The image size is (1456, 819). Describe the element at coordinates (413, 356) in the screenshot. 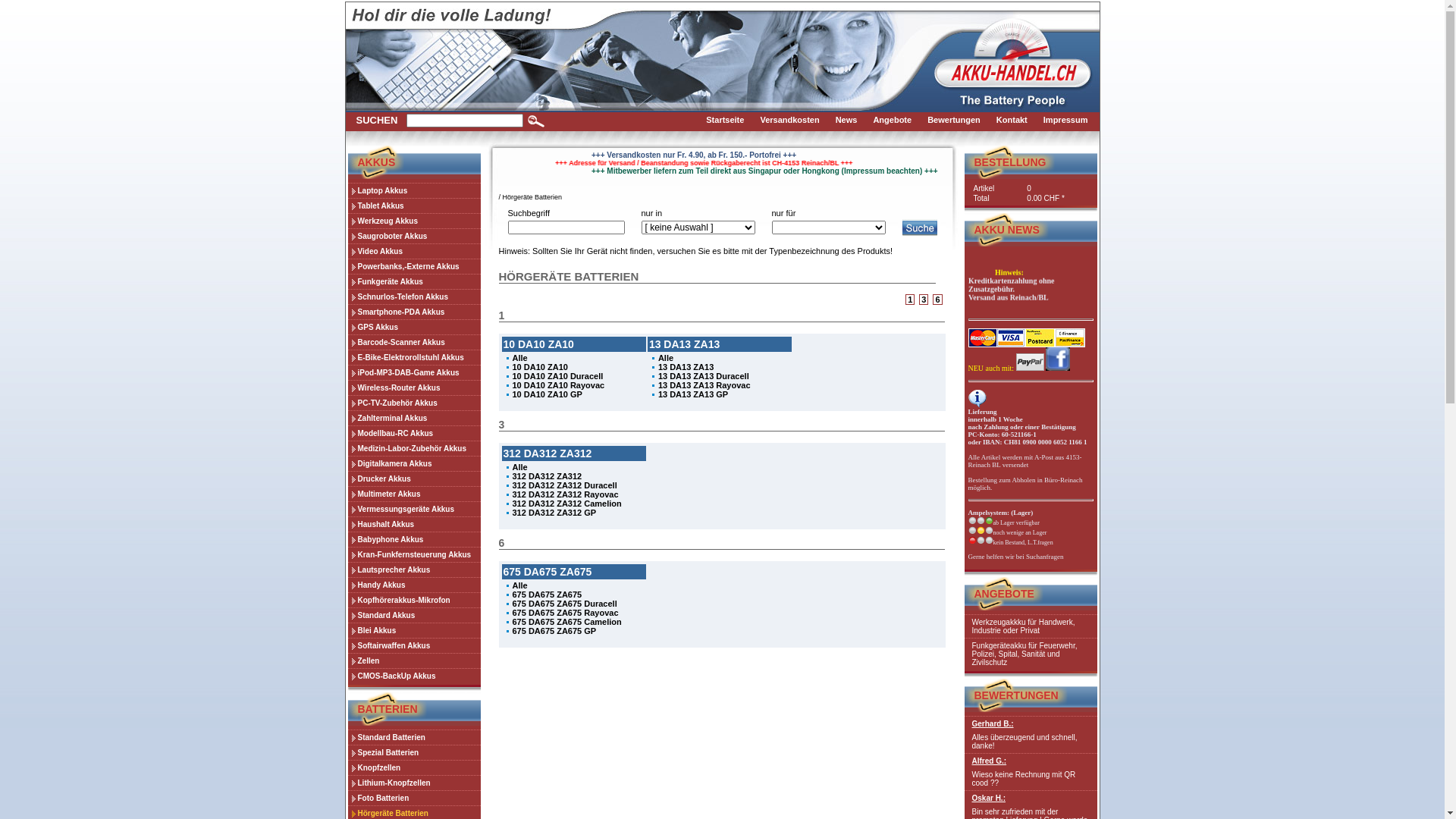

I see `'E-Bike-Elektrorollstuhl Akkus'` at that location.